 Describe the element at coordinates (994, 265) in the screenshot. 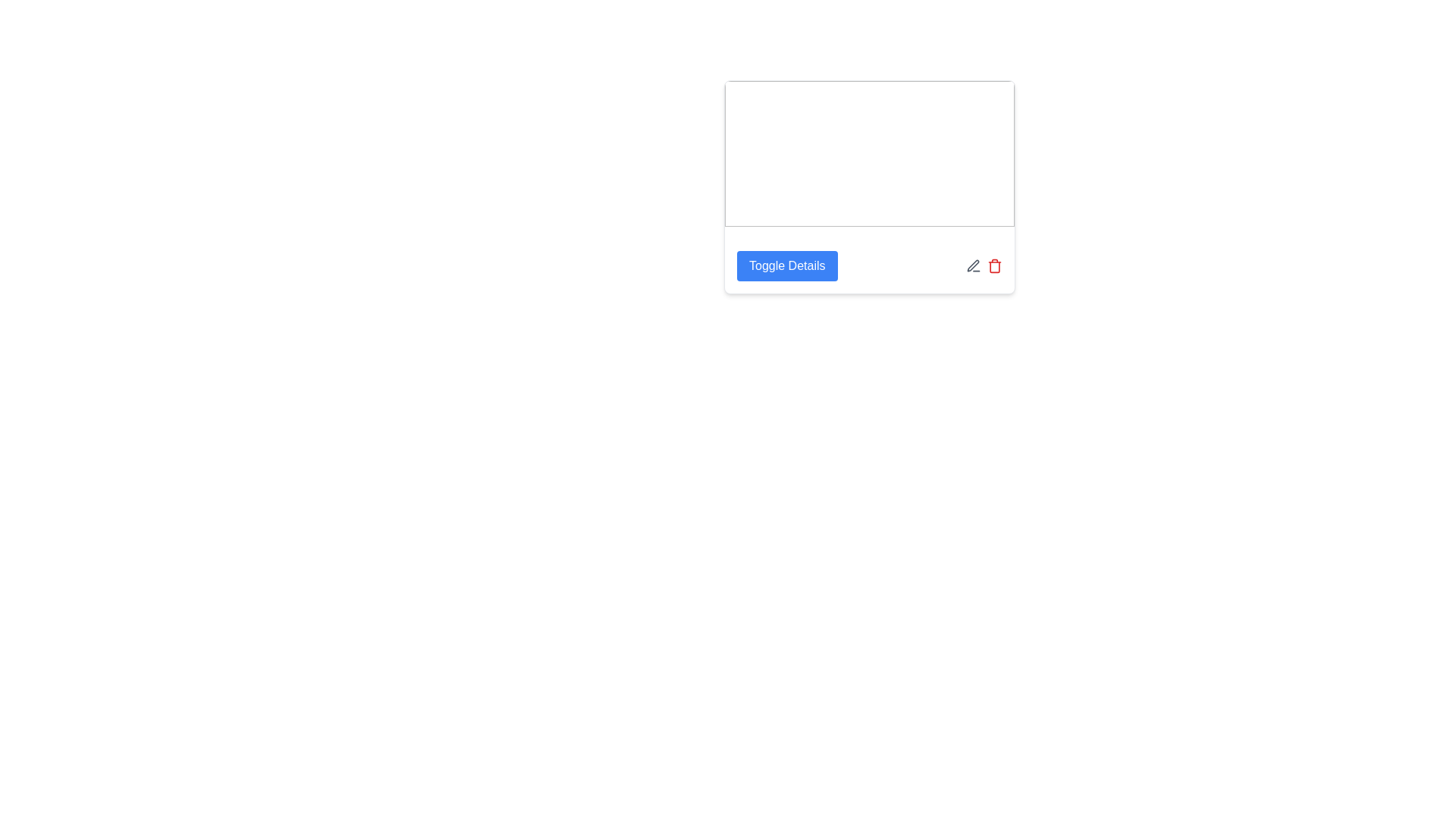

I see `the delete icon button located at the bottom-right corner of the main interface panel` at that location.